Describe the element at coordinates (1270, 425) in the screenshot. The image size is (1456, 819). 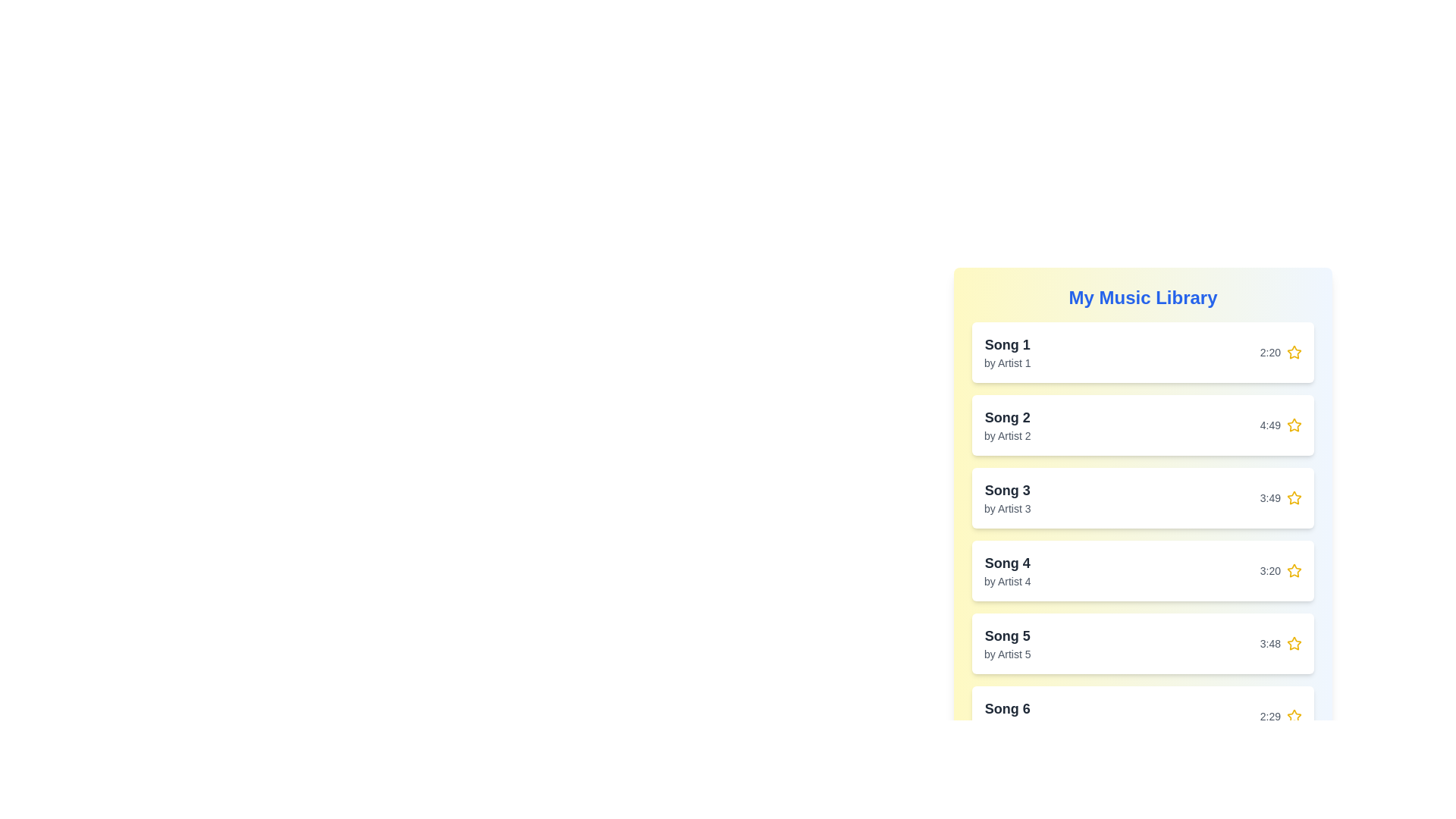
I see `the text label displaying '4:49' in gray font, which is positioned to the left of a star icon within the second card of a vertical list` at that location.